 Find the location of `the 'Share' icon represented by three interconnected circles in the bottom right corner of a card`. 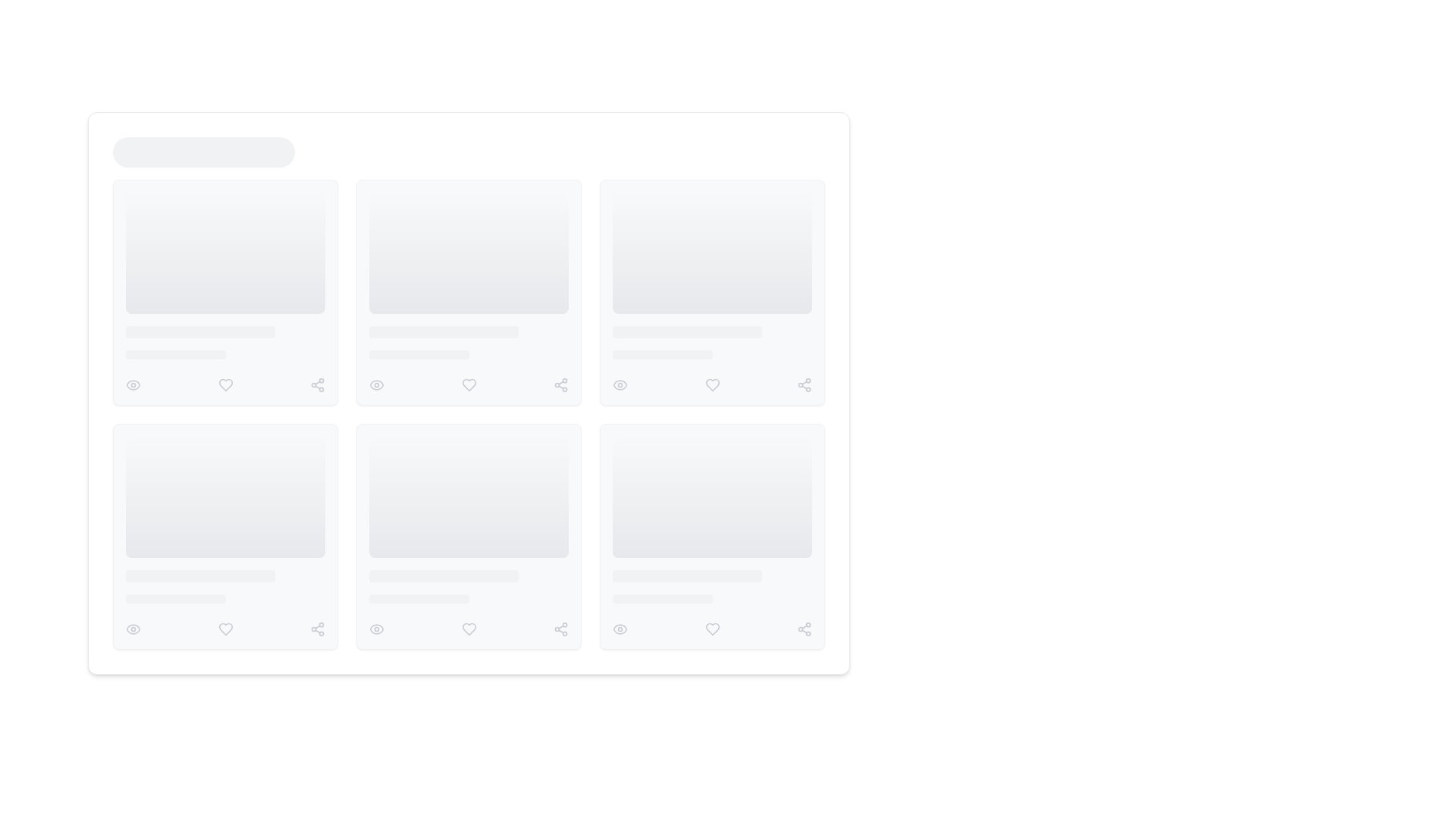

the 'Share' icon represented by three interconnected circles in the bottom right corner of a card is located at coordinates (560, 629).